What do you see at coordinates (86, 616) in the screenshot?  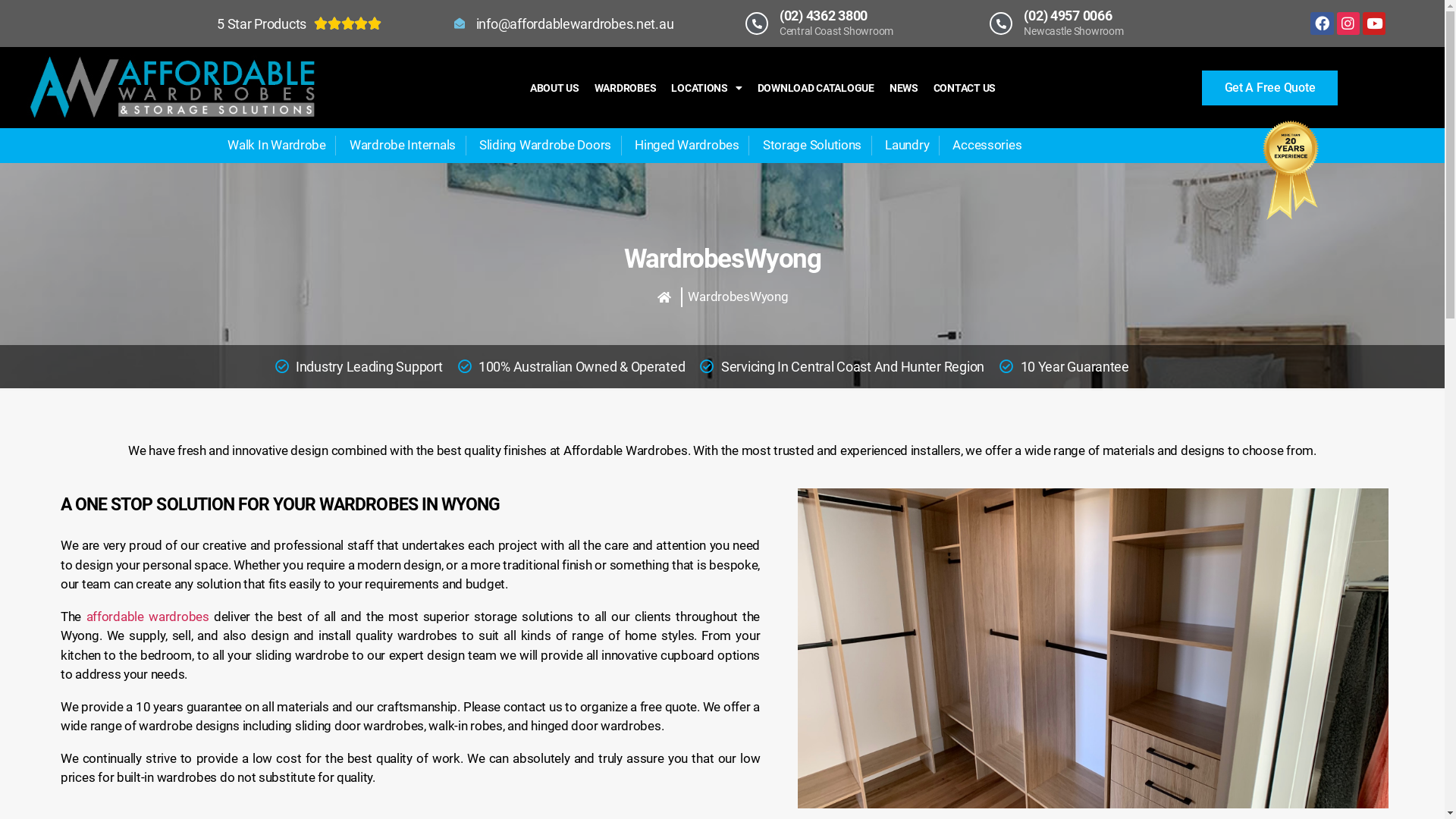 I see `'affordable wardrobes'` at bounding box center [86, 616].